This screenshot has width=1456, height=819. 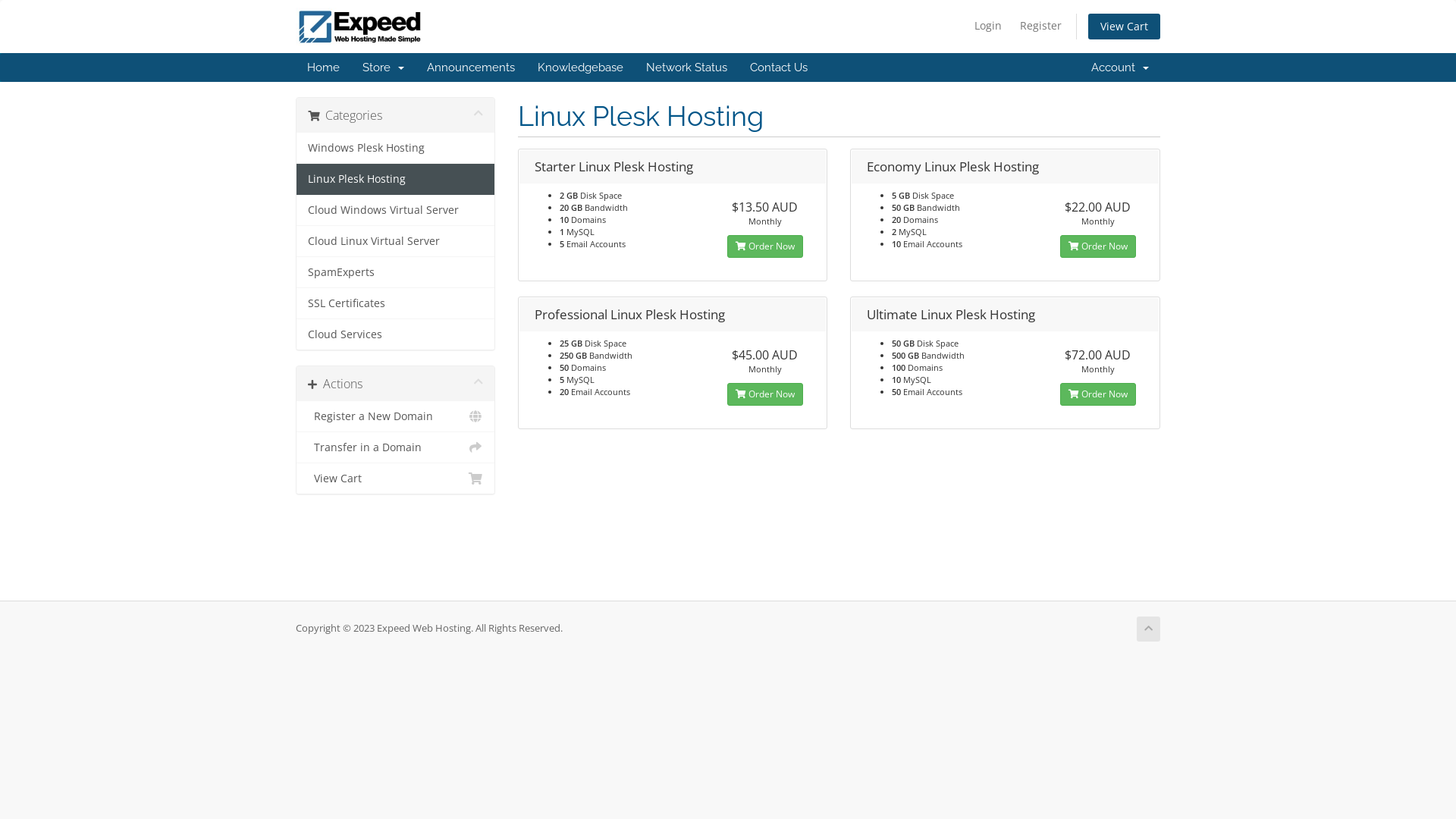 I want to click on 'Knowledgebase', so click(x=579, y=66).